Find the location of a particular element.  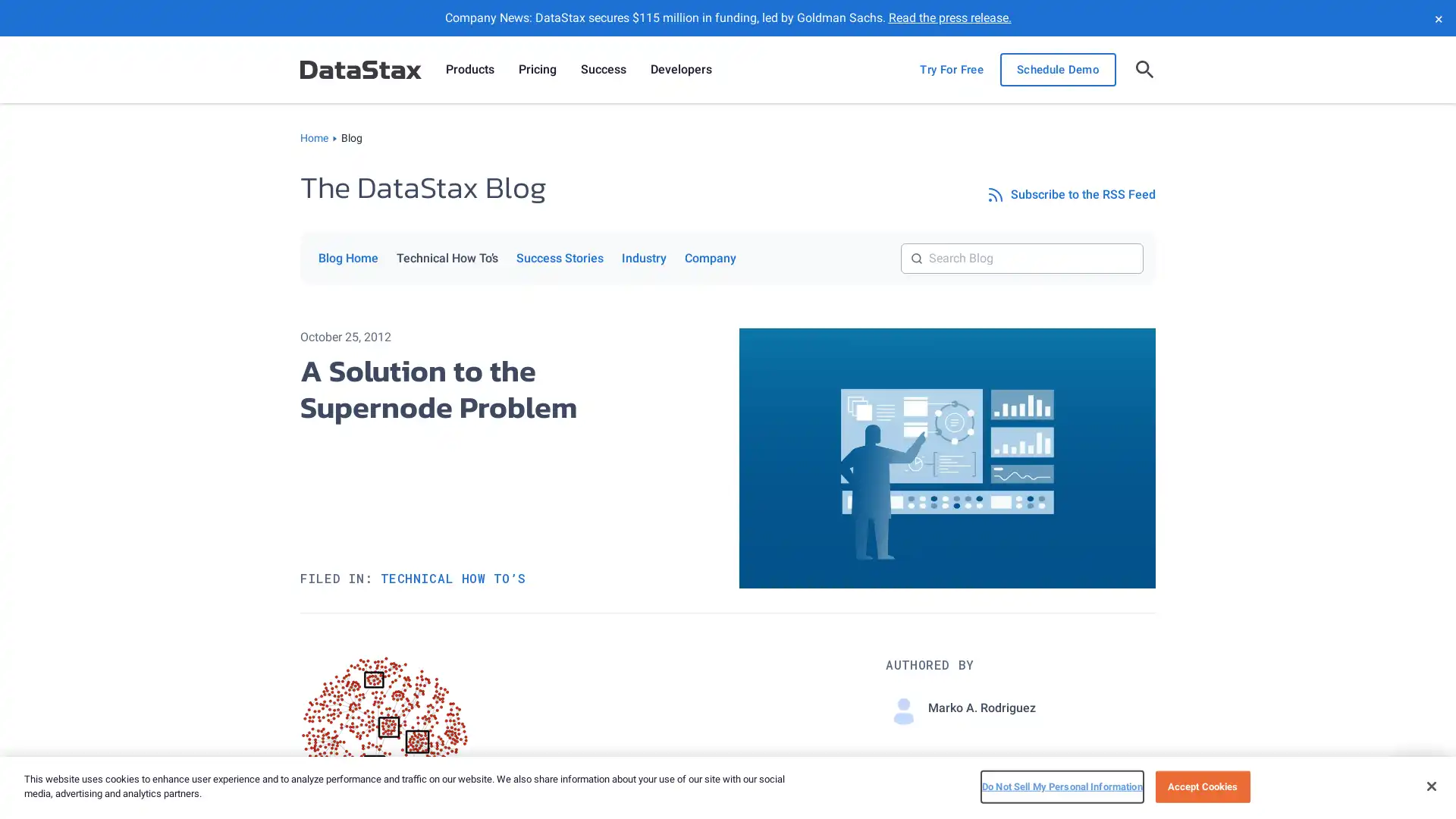

Open Intercom Messenger is located at coordinates (1417, 780).